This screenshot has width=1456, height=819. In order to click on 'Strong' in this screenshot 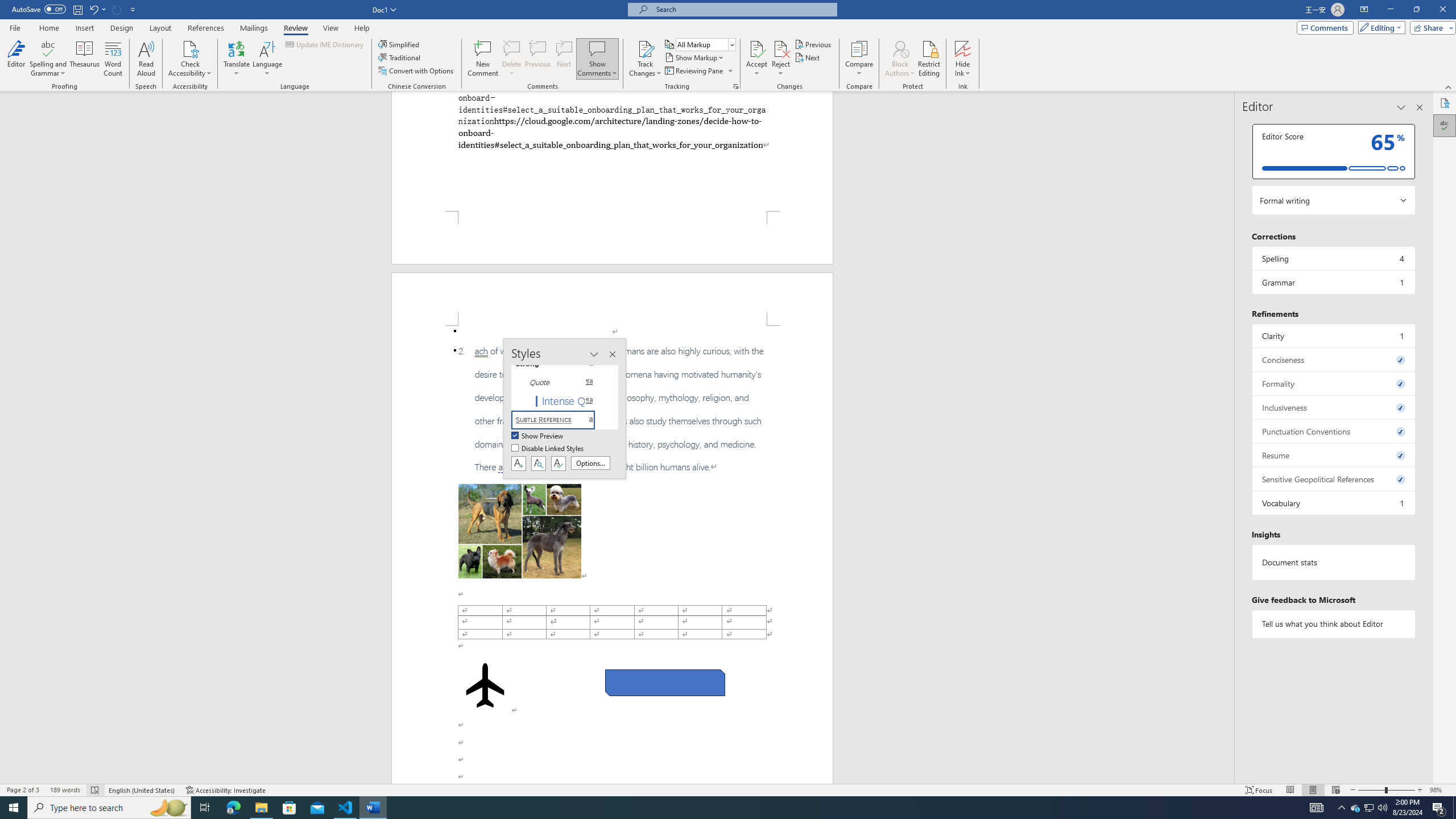, I will do `click(559, 363)`.